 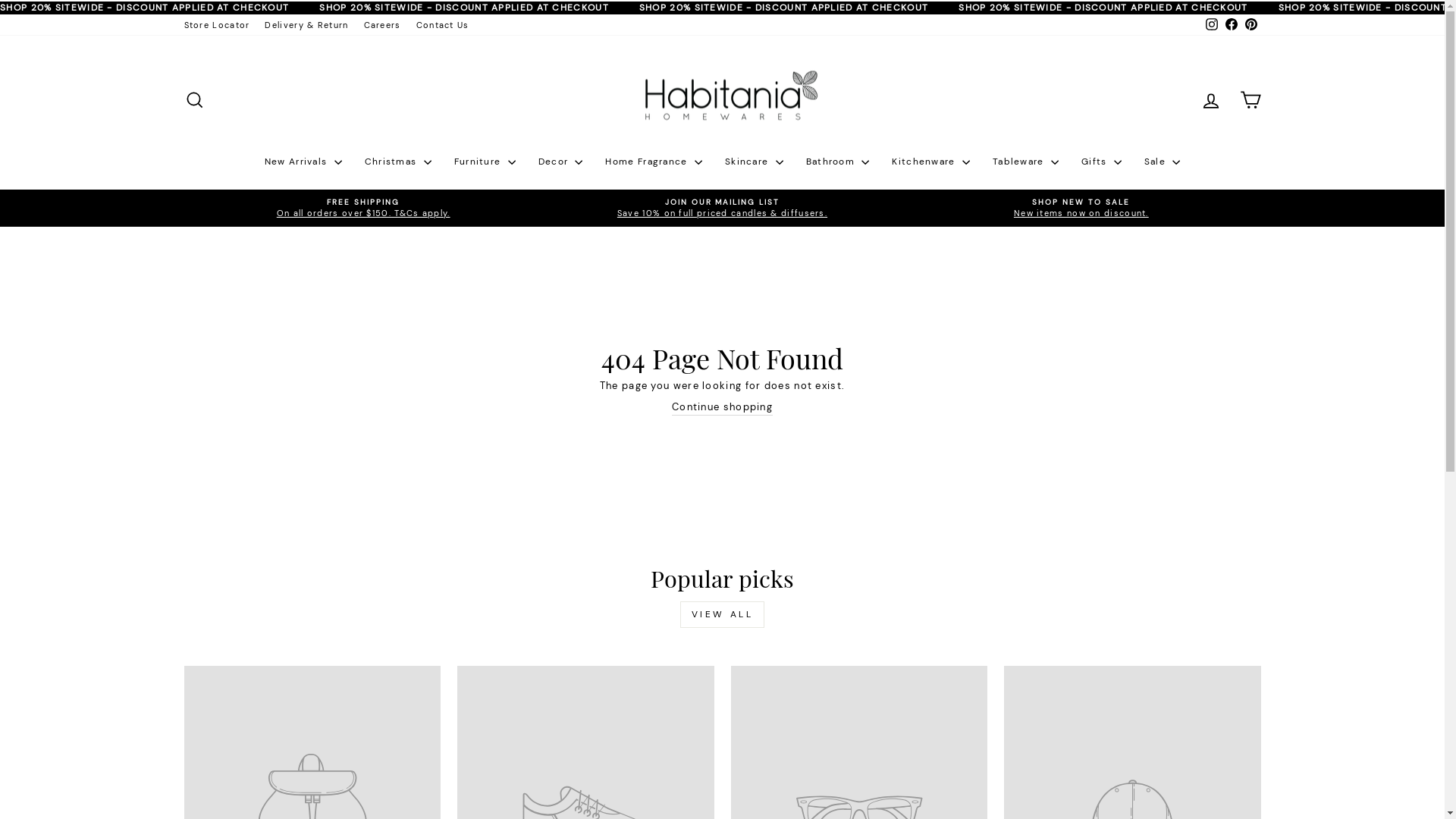 I want to click on 'Careers', so click(x=382, y=25).